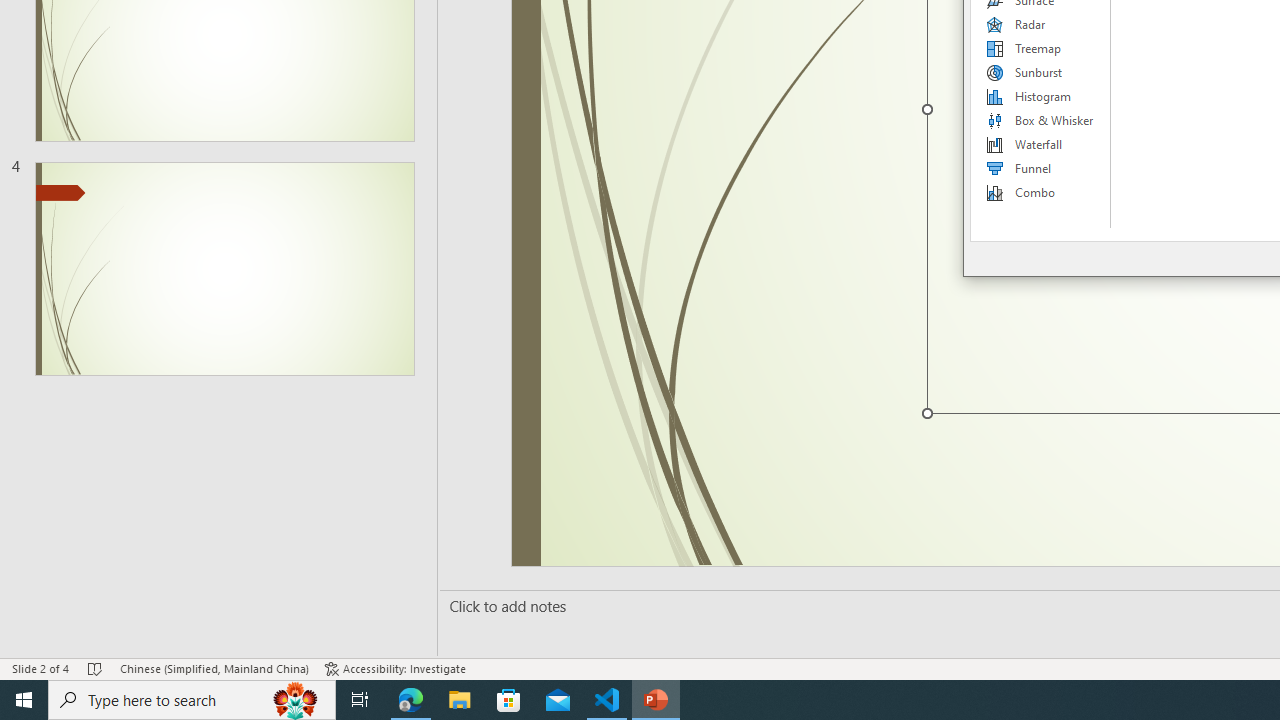 The height and width of the screenshot is (720, 1280). What do you see at coordinates (1040, 120) in the screenshot?
I see `'Box & Whisker'` at bounding box center [1040, 120].